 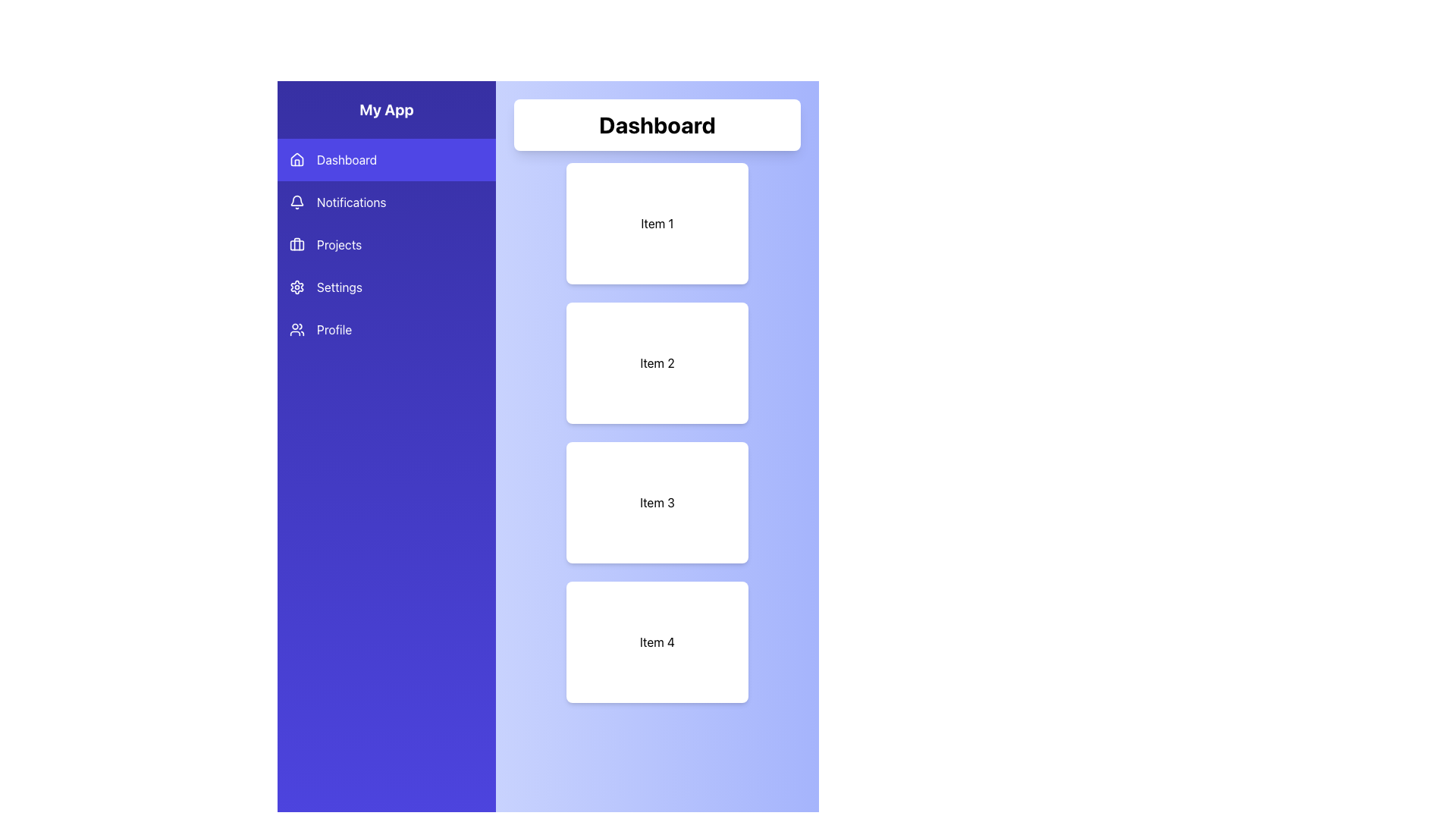 I want to click on the 'Projects' button located in the vertical navigation menu of the sidebar, positioned between the 'Notifications' and 'Settings' menu items, so click(x=386, y=244).